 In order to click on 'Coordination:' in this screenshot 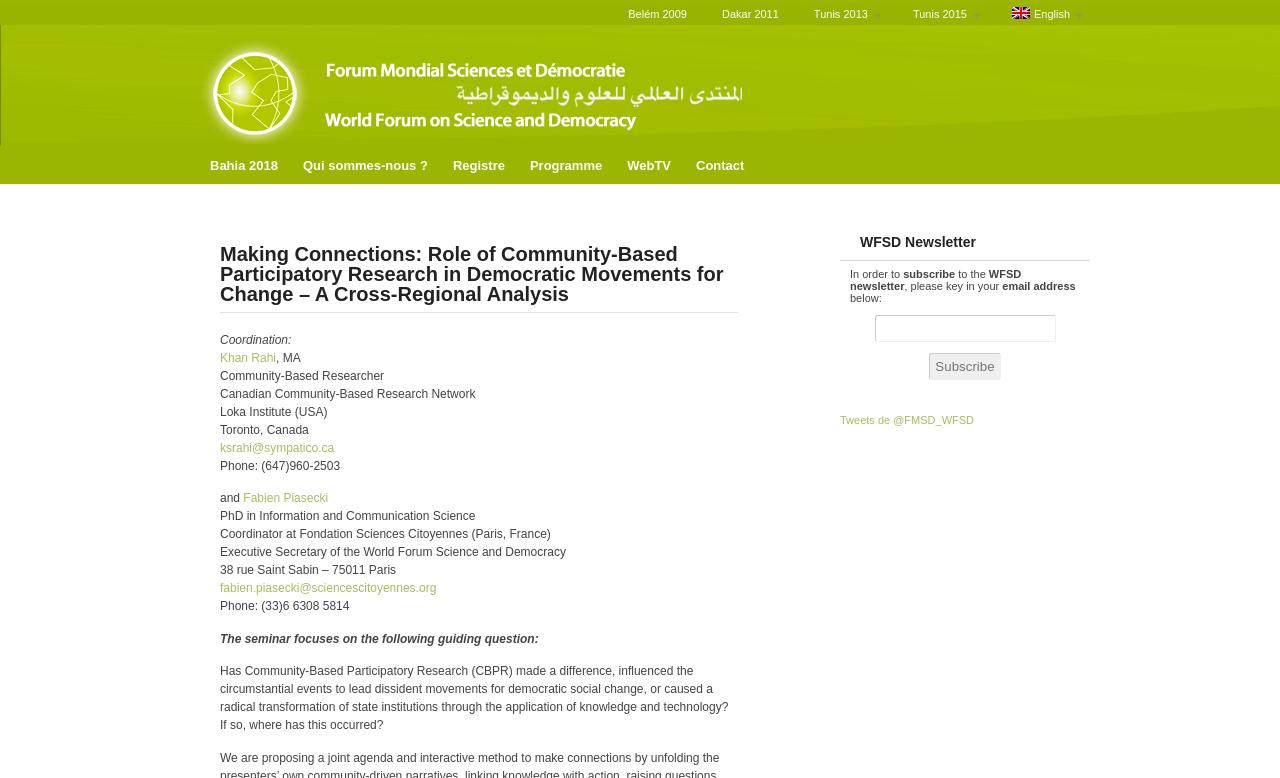, I will do `click(254, 338)`.